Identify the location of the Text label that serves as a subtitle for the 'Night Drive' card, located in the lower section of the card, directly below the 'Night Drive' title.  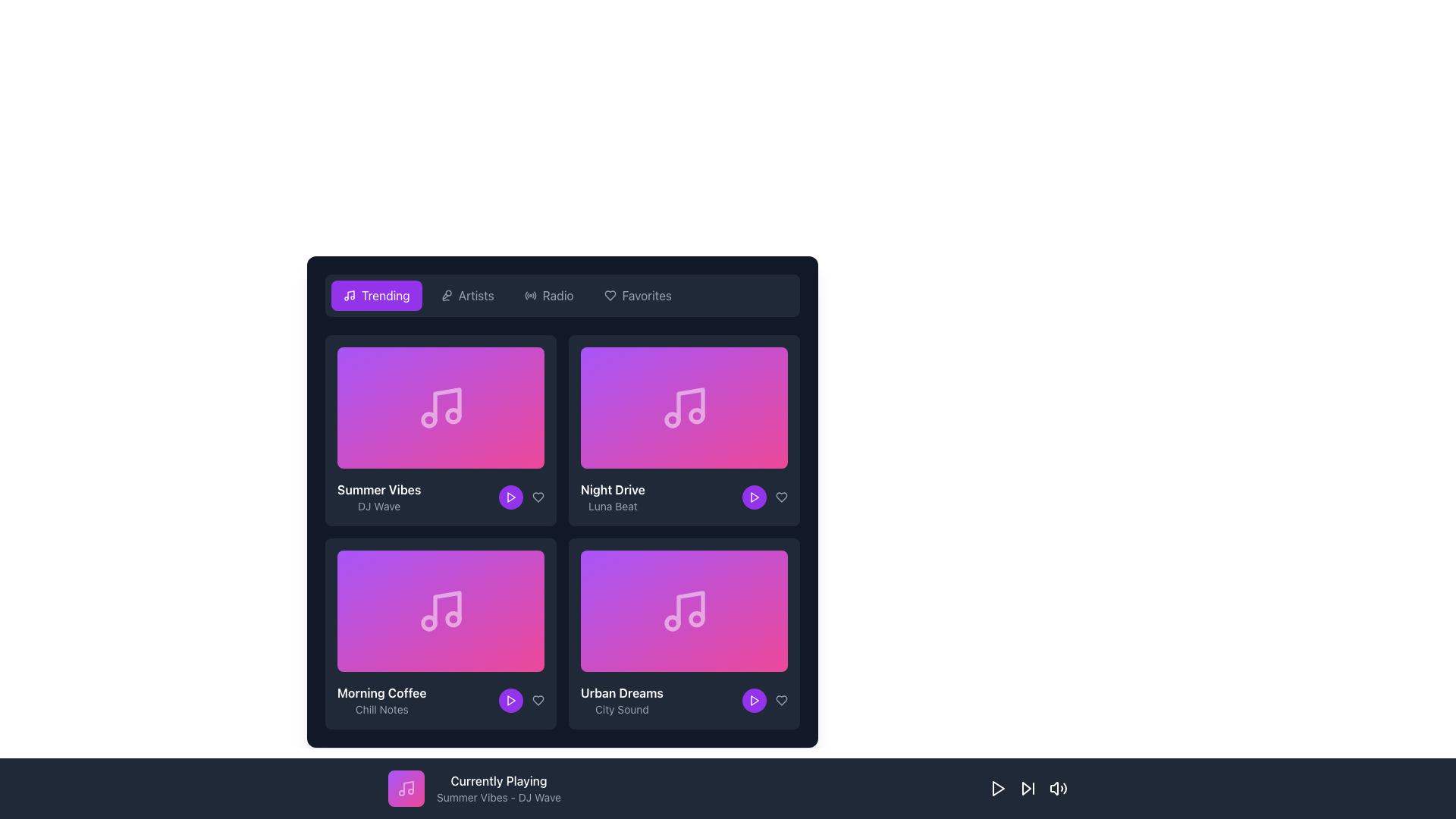
(613, 506).